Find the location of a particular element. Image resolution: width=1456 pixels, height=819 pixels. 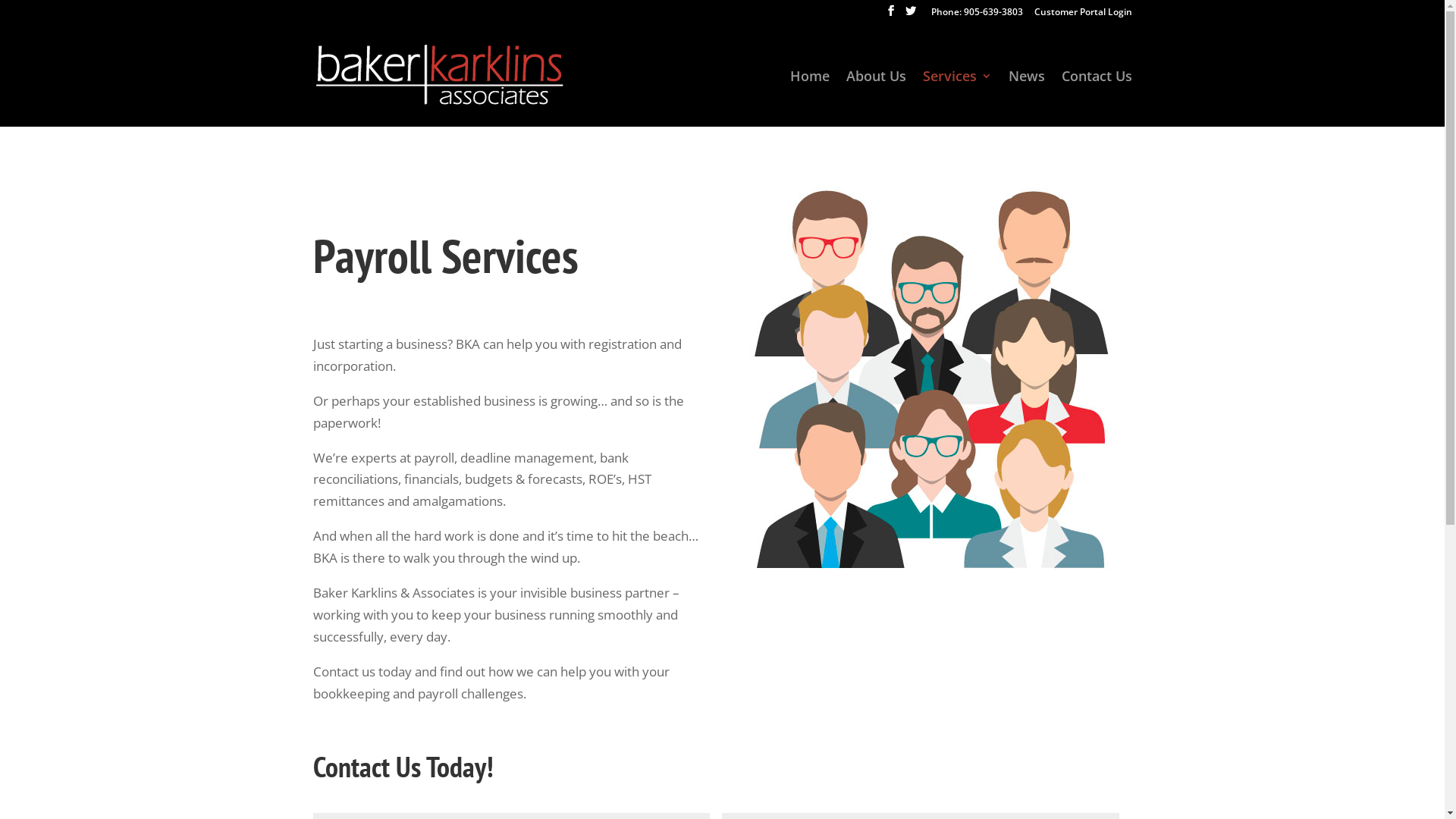

'About Us' is located at coordinates (876, 97).